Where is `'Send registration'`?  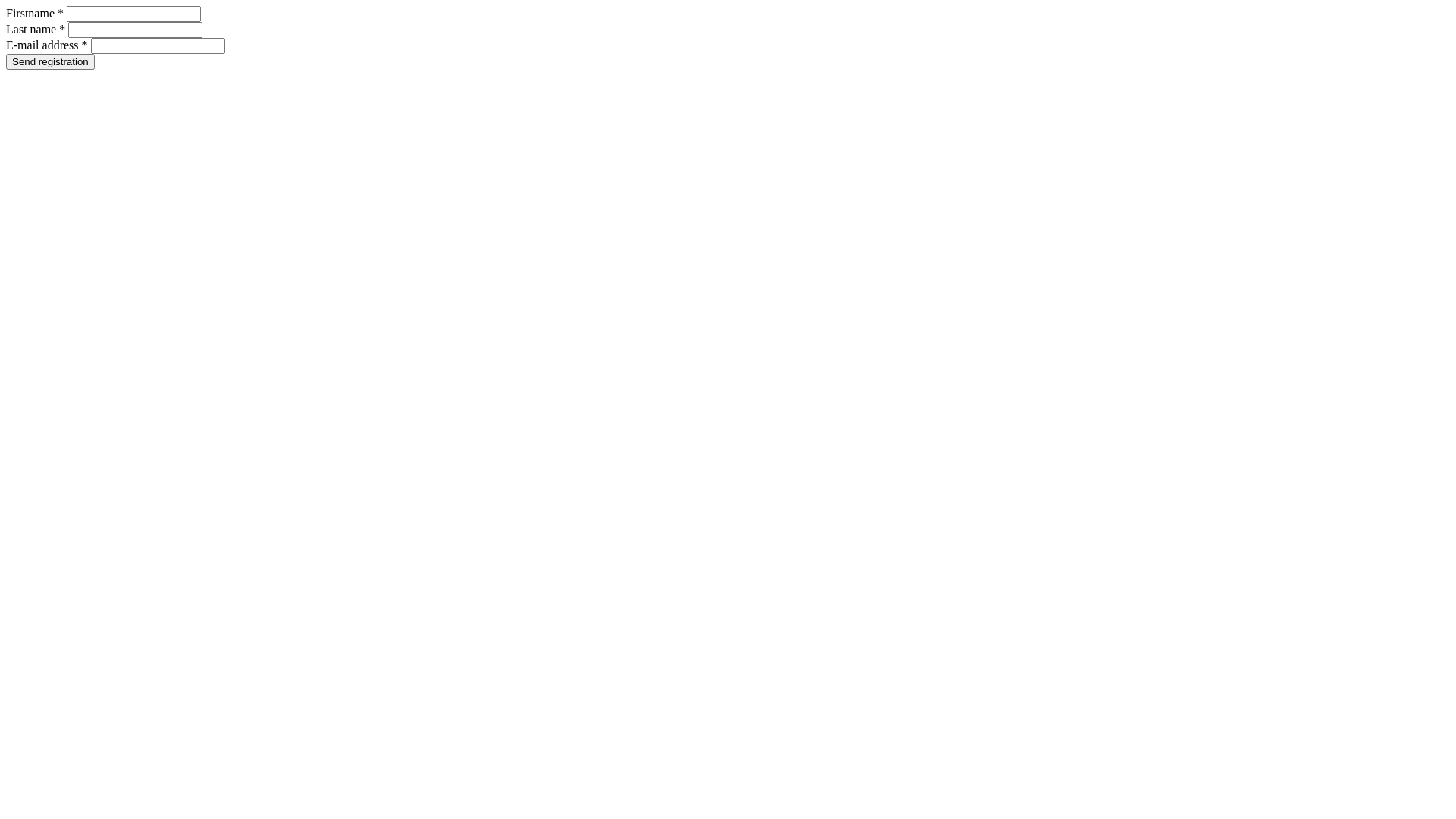
'Send registration' is located at coordinates (6, 61).